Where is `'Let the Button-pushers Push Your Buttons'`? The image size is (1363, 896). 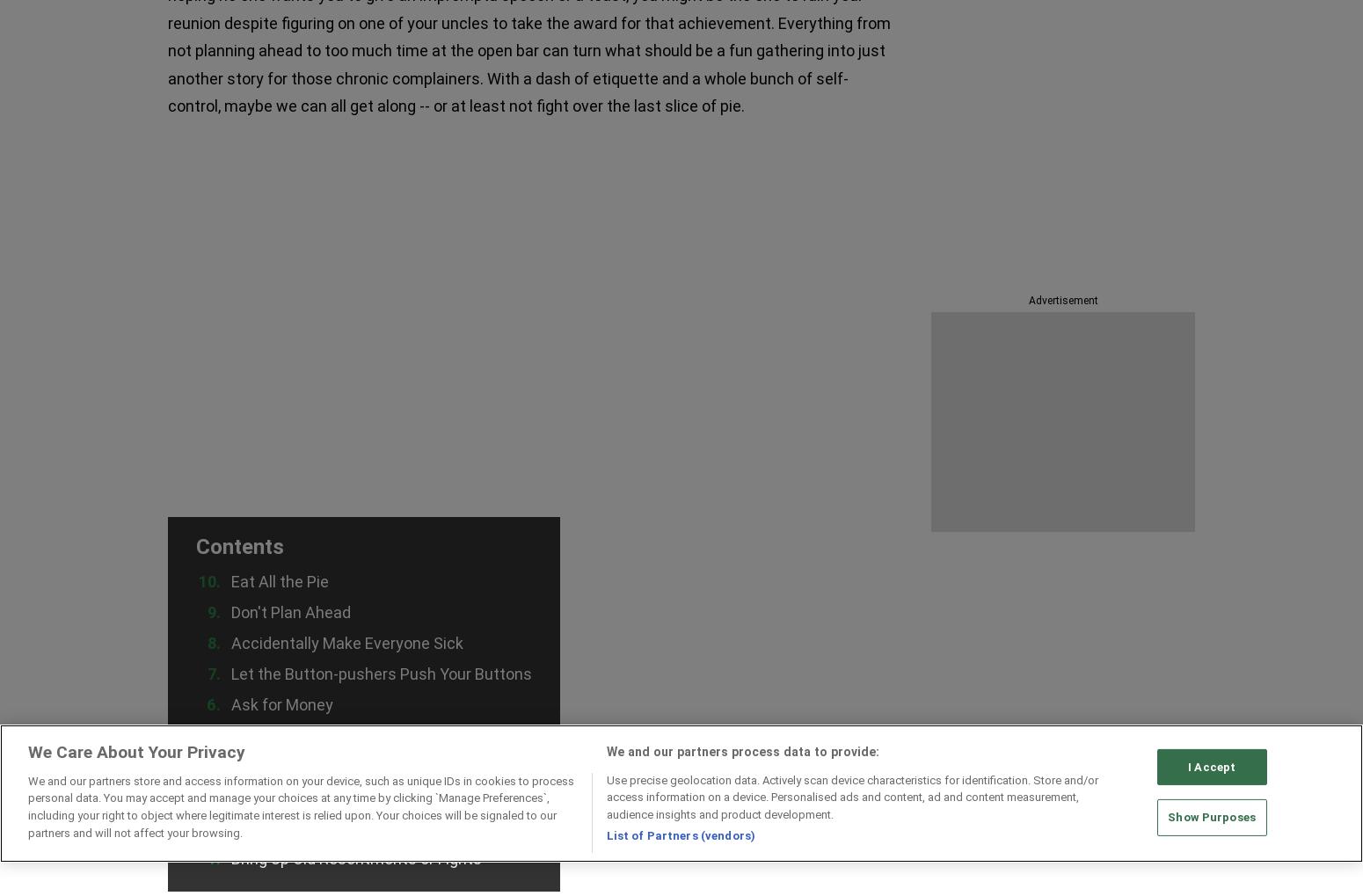
'Let the Button-pushers Push Your Buttons' is located at coordinates (231, 672).